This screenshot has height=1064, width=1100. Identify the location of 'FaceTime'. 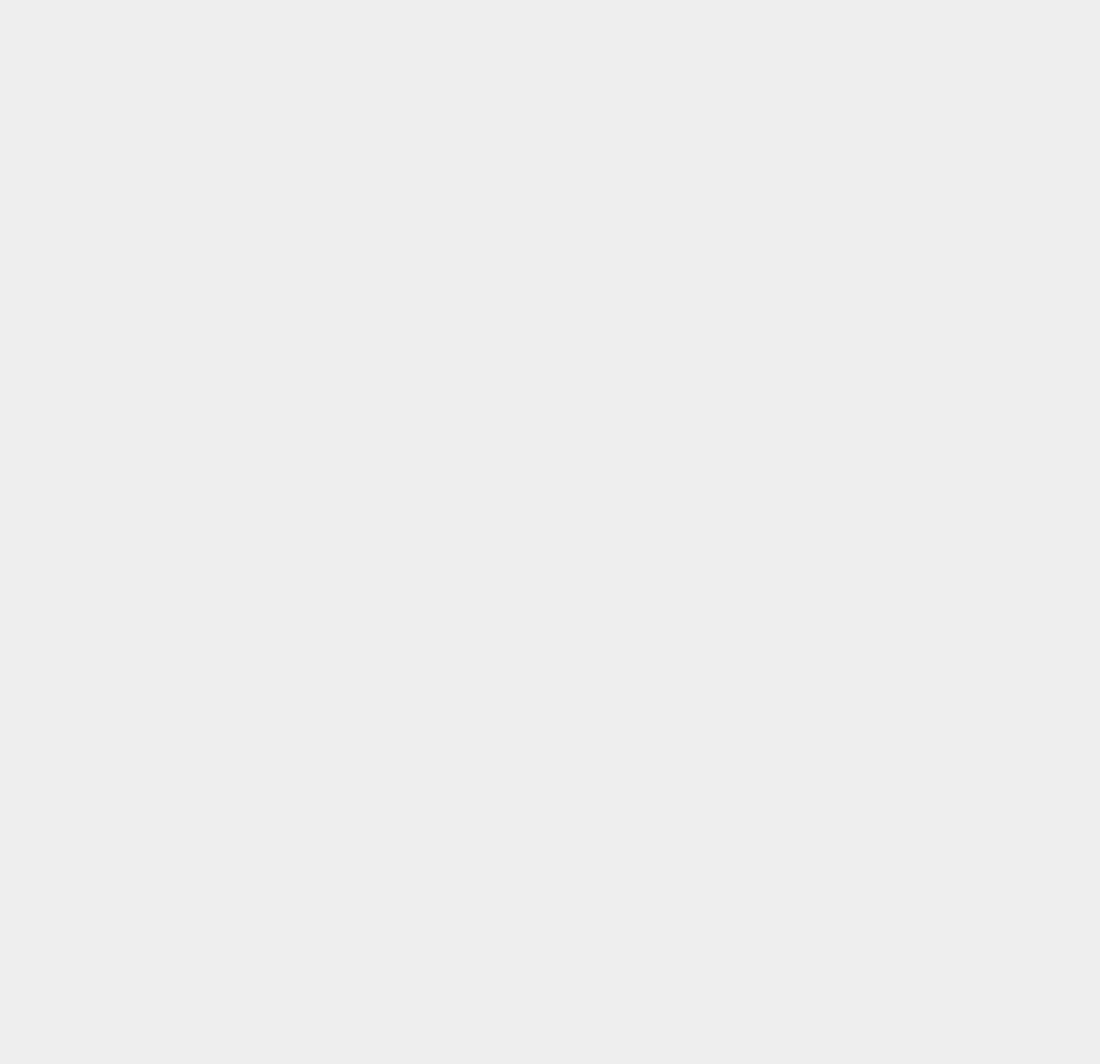
(807, 359).